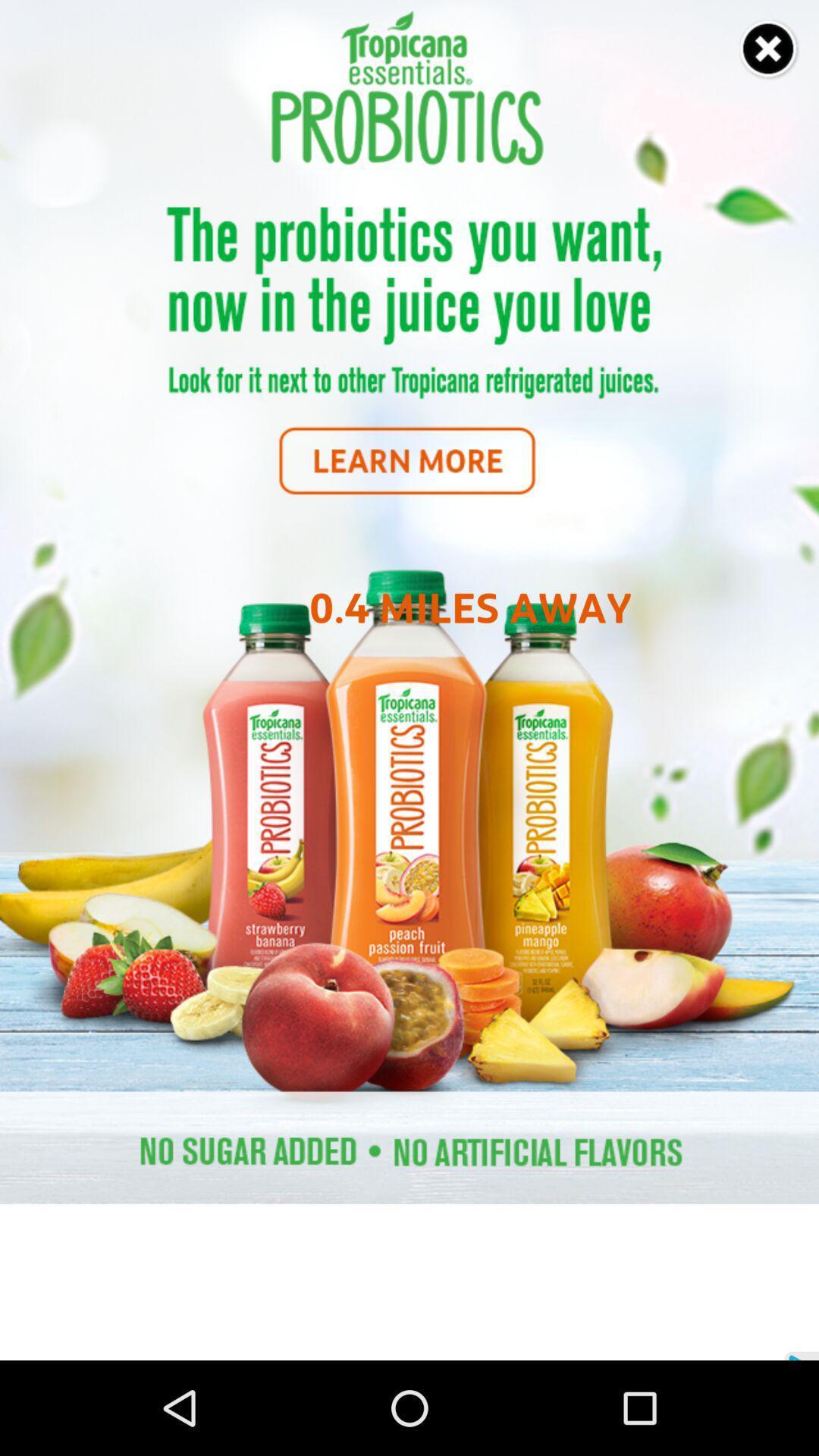 This screenshot has height=1456, width=819. I want to click on the close icon, so click(769, 53).